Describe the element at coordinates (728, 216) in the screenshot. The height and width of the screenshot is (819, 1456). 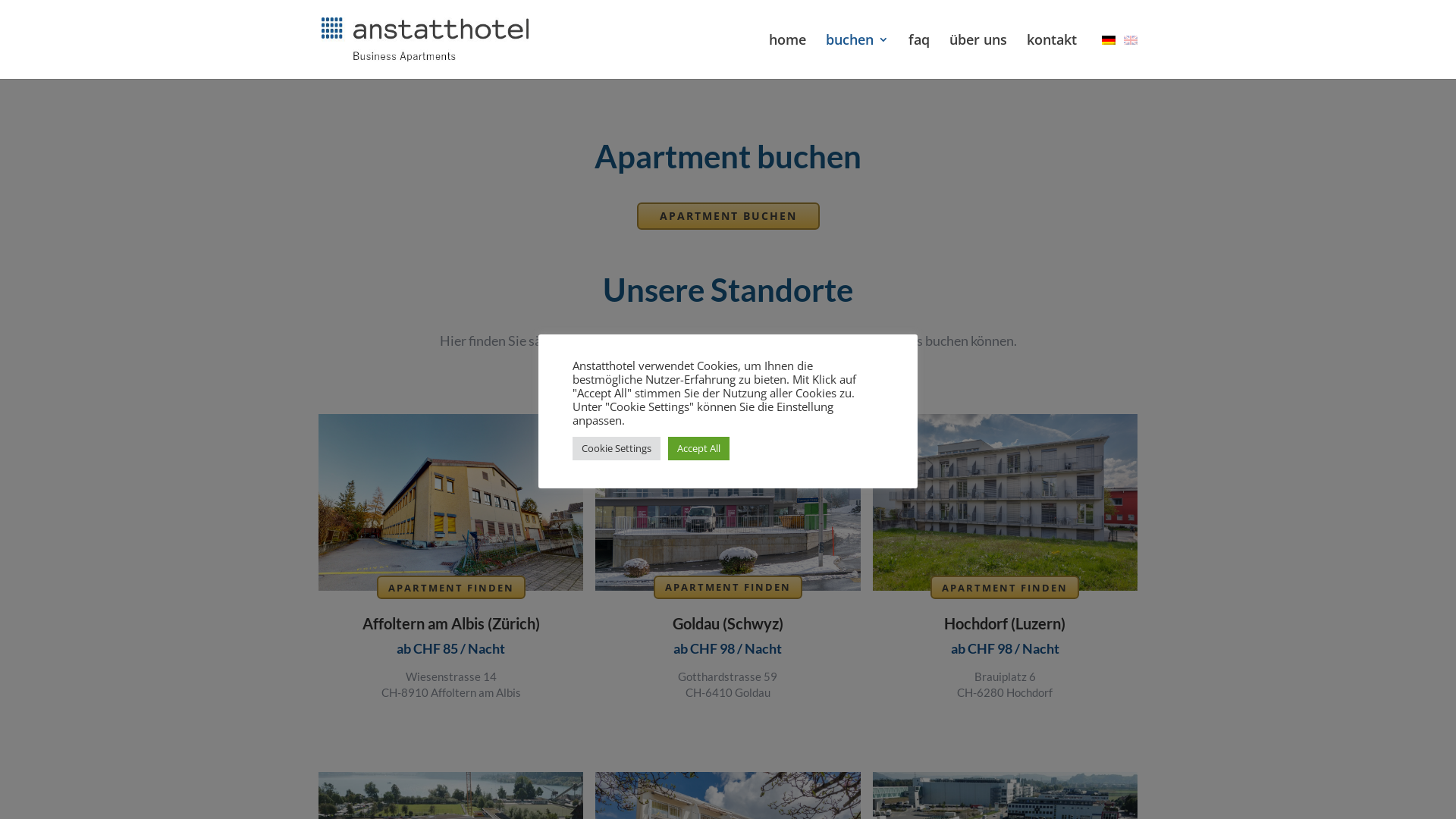
I see `'APARTMENT BUCHEN'` at that location.